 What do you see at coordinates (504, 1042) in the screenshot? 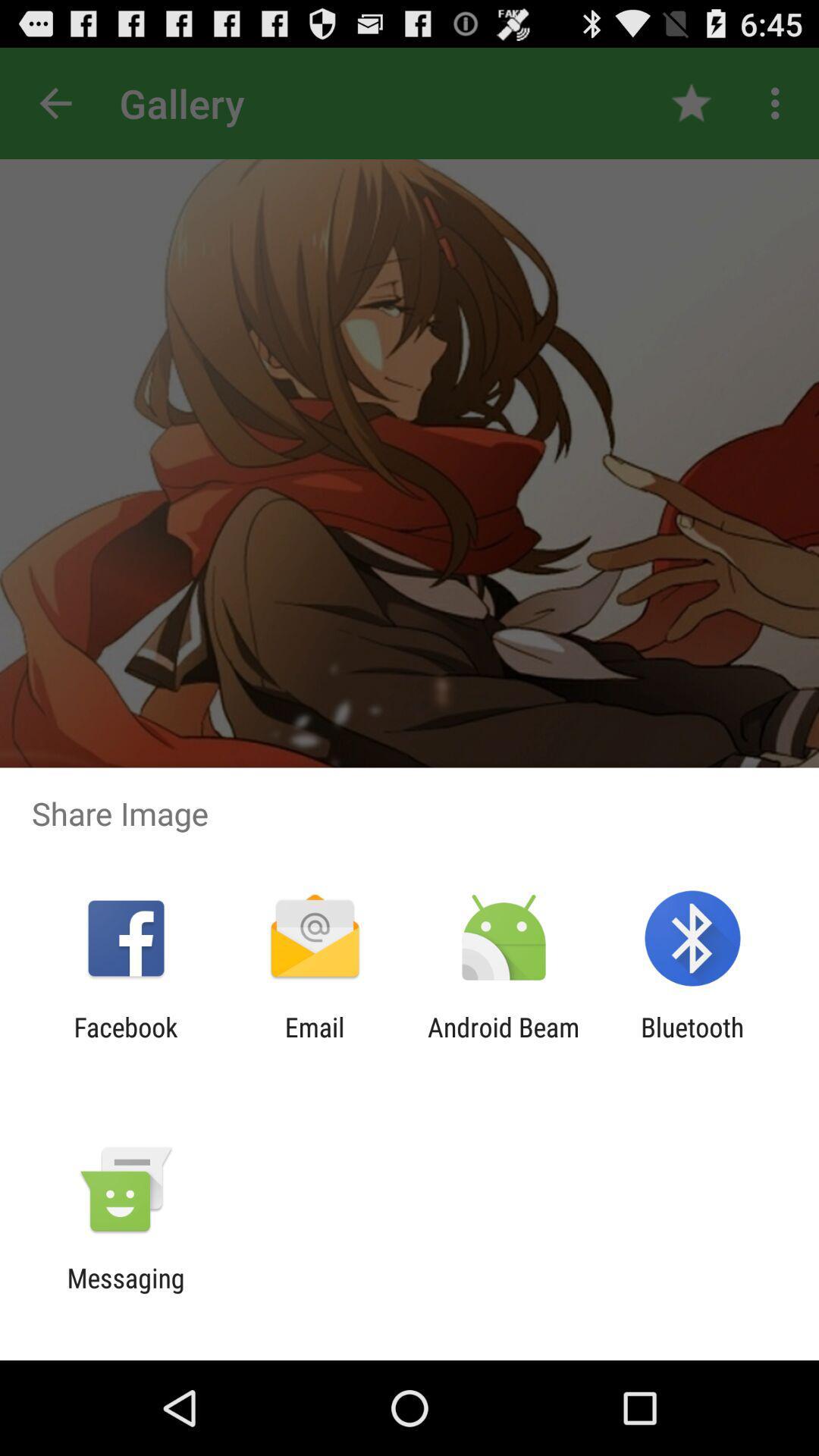
I see `the app next to the email app` at bounding box center [504, 1042].